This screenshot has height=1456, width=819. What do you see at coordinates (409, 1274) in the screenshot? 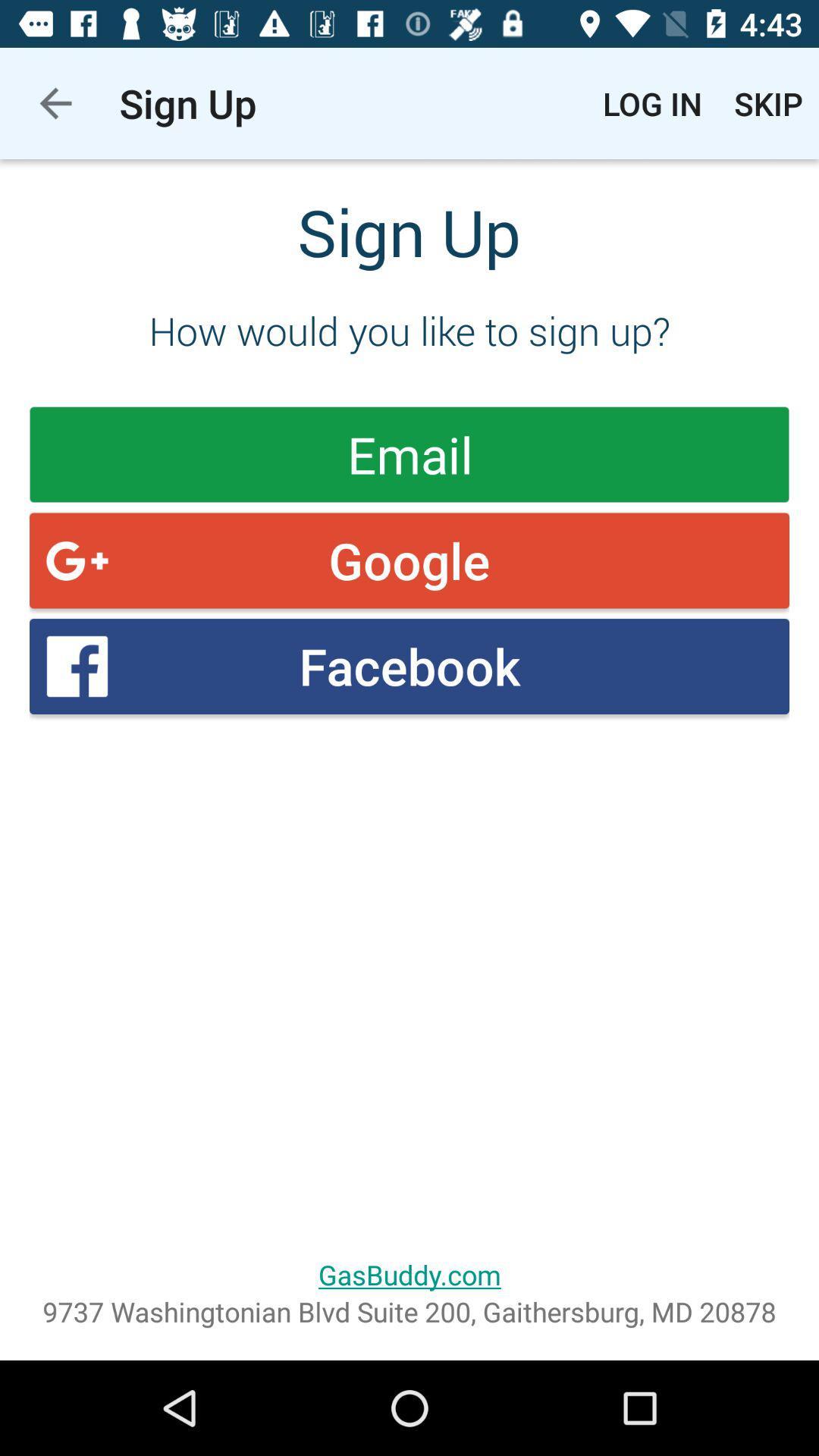
I see `the gasbuddy.com icon` at bounding box center [409, 1274].